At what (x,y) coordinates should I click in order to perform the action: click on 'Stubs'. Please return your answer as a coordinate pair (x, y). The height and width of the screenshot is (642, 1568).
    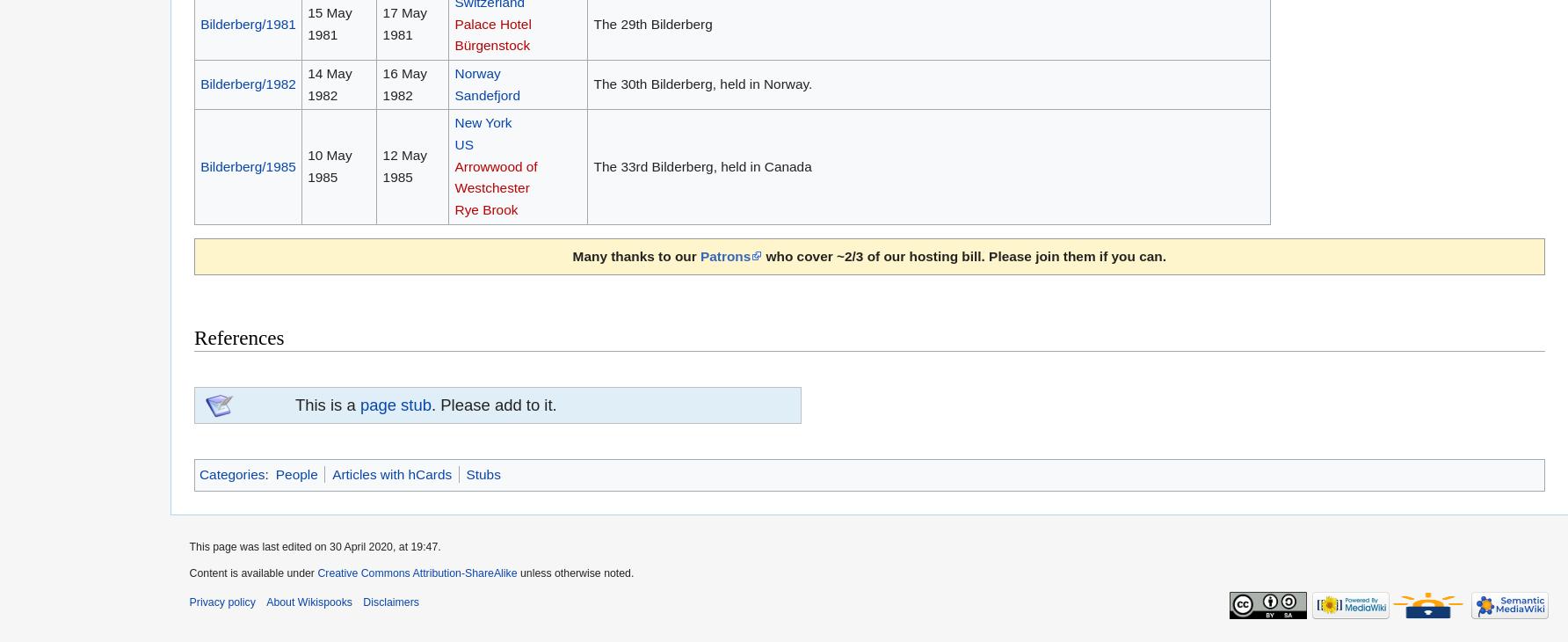
    Looking at the image, I should click on (483, 472).